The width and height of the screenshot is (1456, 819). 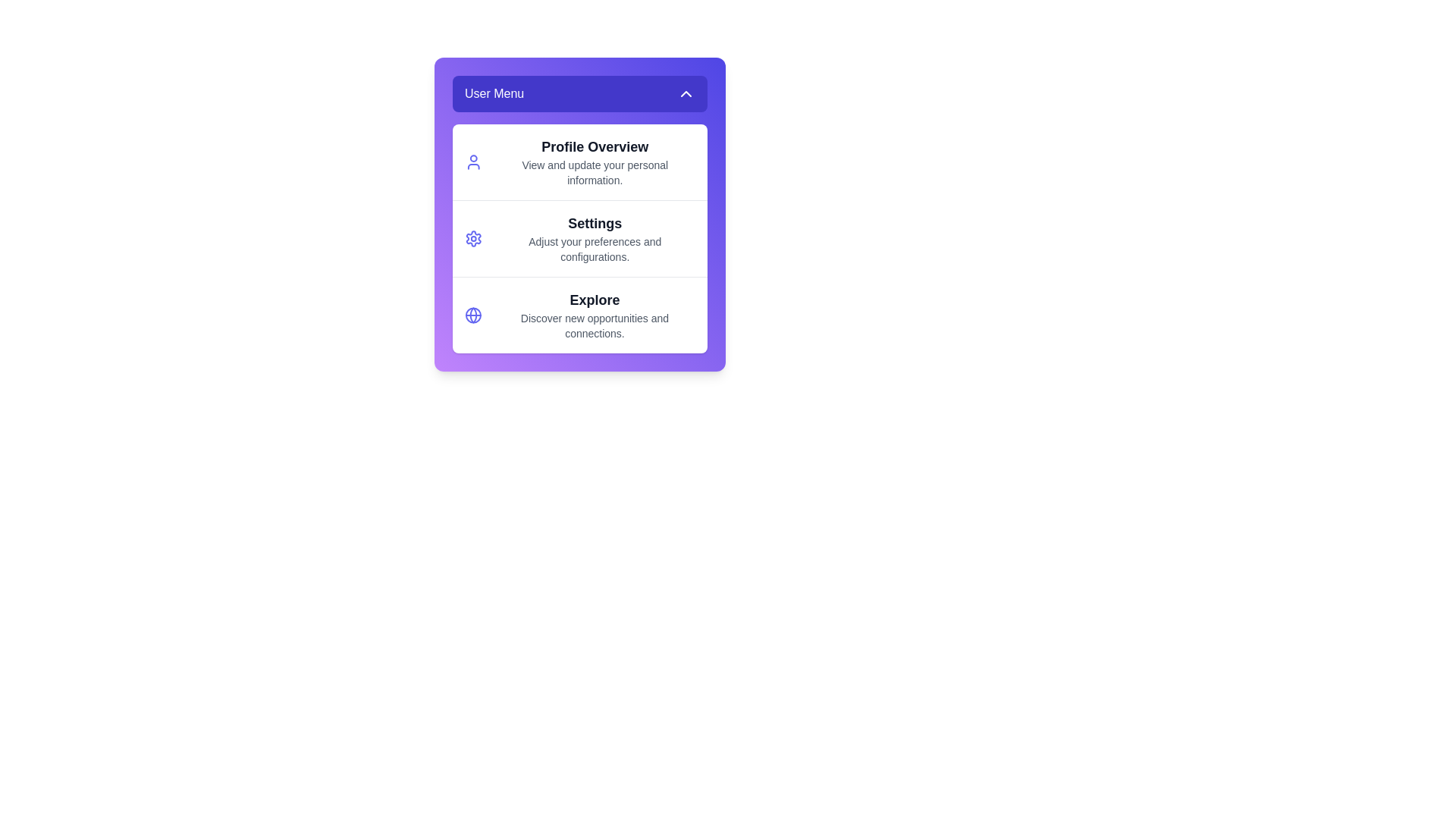 I want to click on the blue globe icon with circular outline located to the left of the 'Explore' header text in the user menu panel, so click(x=472, y=315).